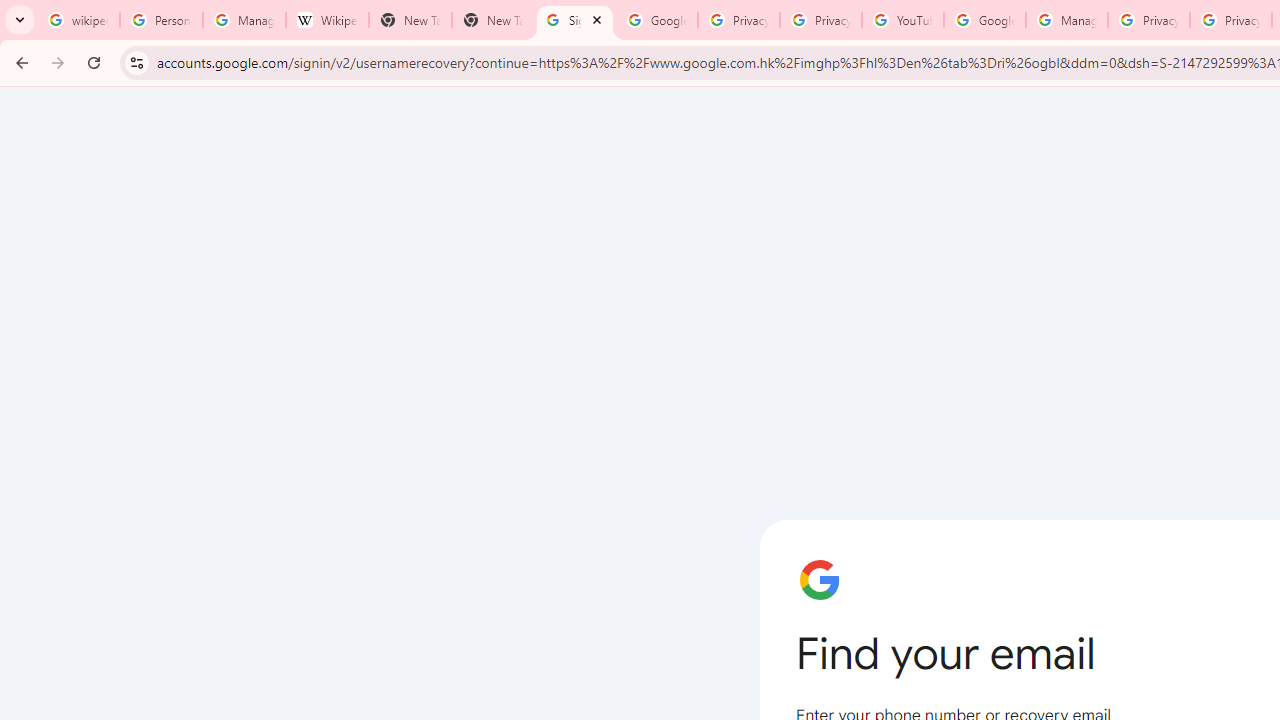 The width and height of the screenshot is (1280, 720). What do you see at coordinates (573, 20) in the screenshot?
I see `'Sign in - Google Accounts'` at bounding box center [573, 20].